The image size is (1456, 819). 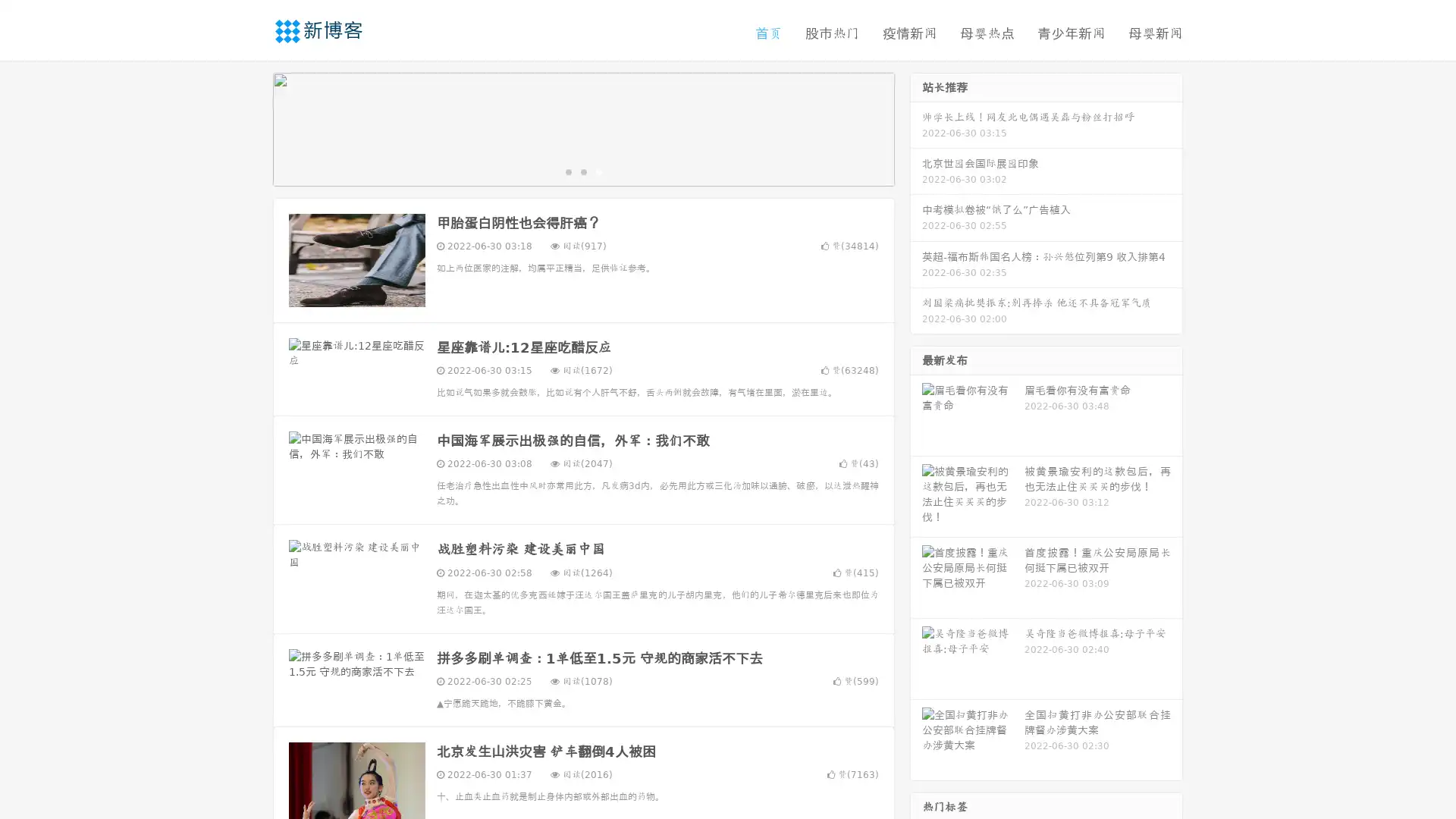 I want to click on Previous slide, so click(x=250, y=127).